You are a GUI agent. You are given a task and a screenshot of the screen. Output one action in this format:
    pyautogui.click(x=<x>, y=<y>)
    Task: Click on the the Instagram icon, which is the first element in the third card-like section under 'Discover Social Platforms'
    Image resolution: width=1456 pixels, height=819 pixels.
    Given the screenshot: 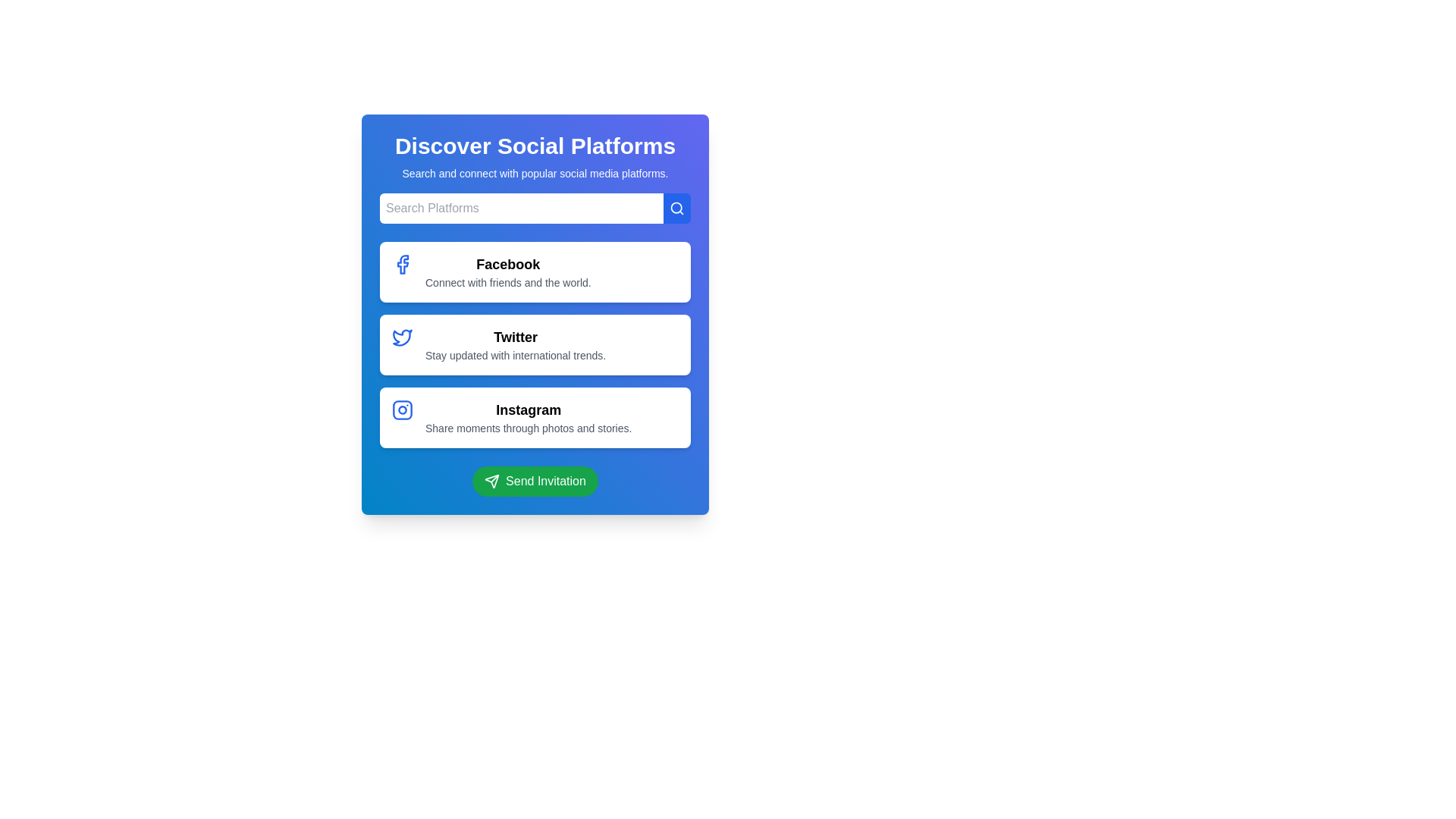 What is the action you would take?
    pyautogui.click(x=403, y=409)
    